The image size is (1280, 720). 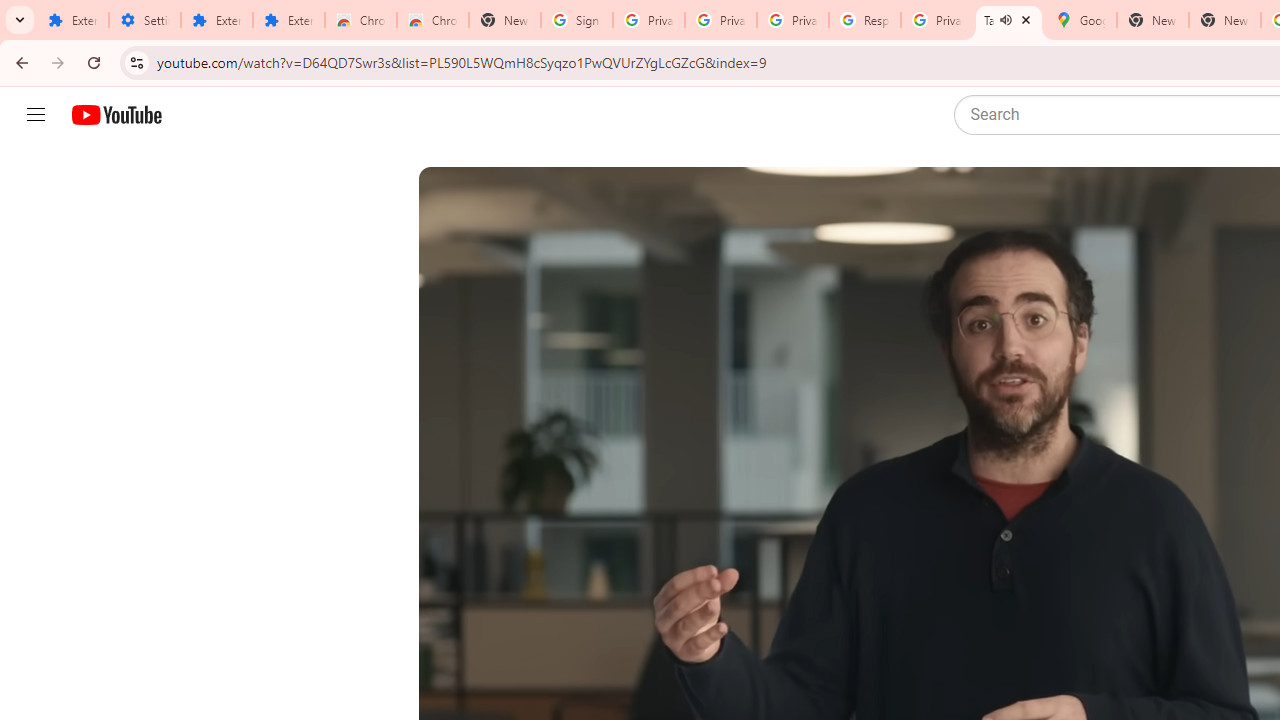 What do you see at coordinates (115, 115) in the screenshot?
I see `'YouTube Home'` at bounding box center [115, 115].